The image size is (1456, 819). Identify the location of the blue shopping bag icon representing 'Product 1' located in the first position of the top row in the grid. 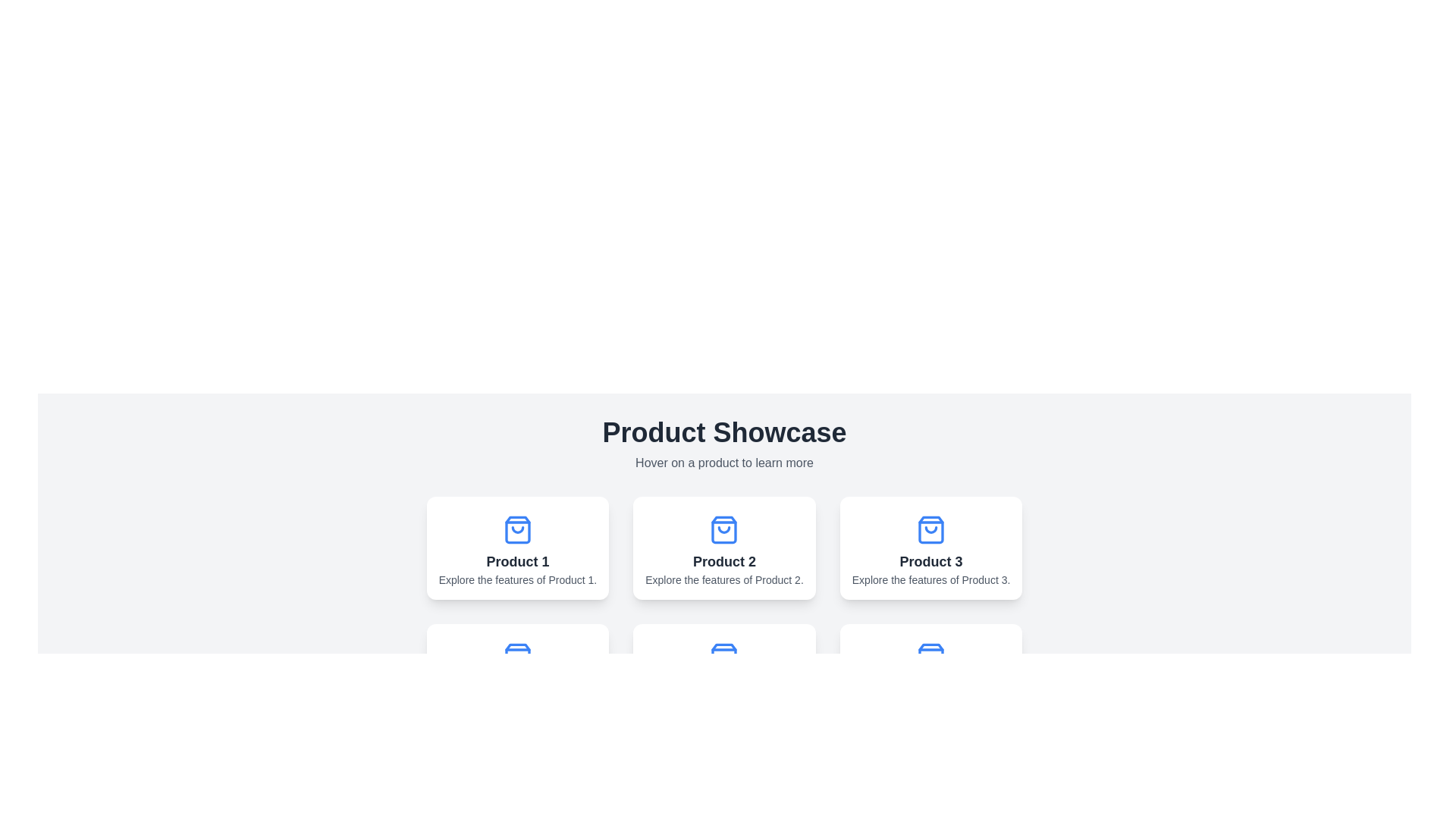
(517, 529).